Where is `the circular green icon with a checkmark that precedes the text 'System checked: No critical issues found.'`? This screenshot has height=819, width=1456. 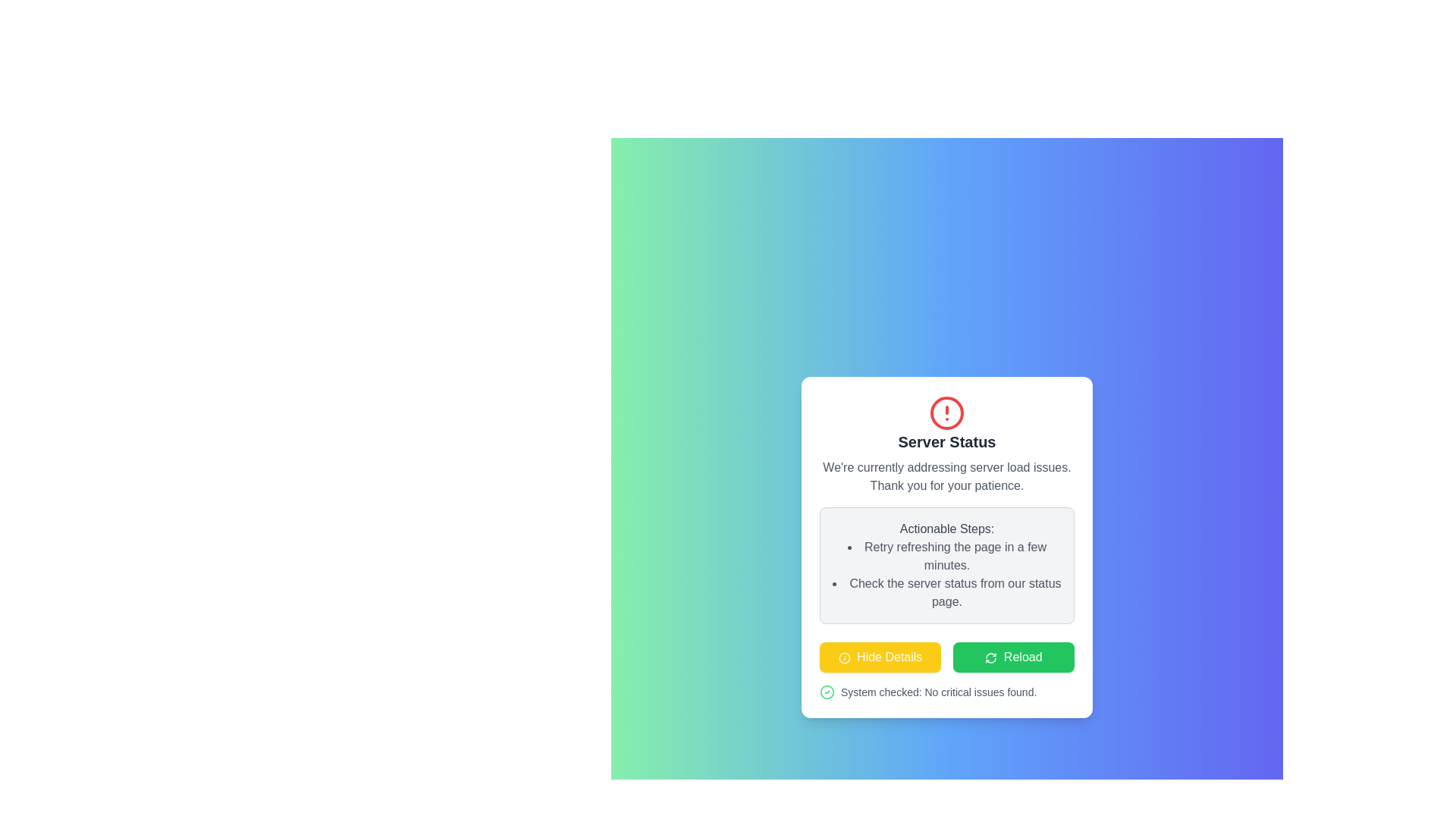 the circular green icon with a checkmark that precedes the text 'System checked: No critical issues found.' is located at coordinates (826, 692).